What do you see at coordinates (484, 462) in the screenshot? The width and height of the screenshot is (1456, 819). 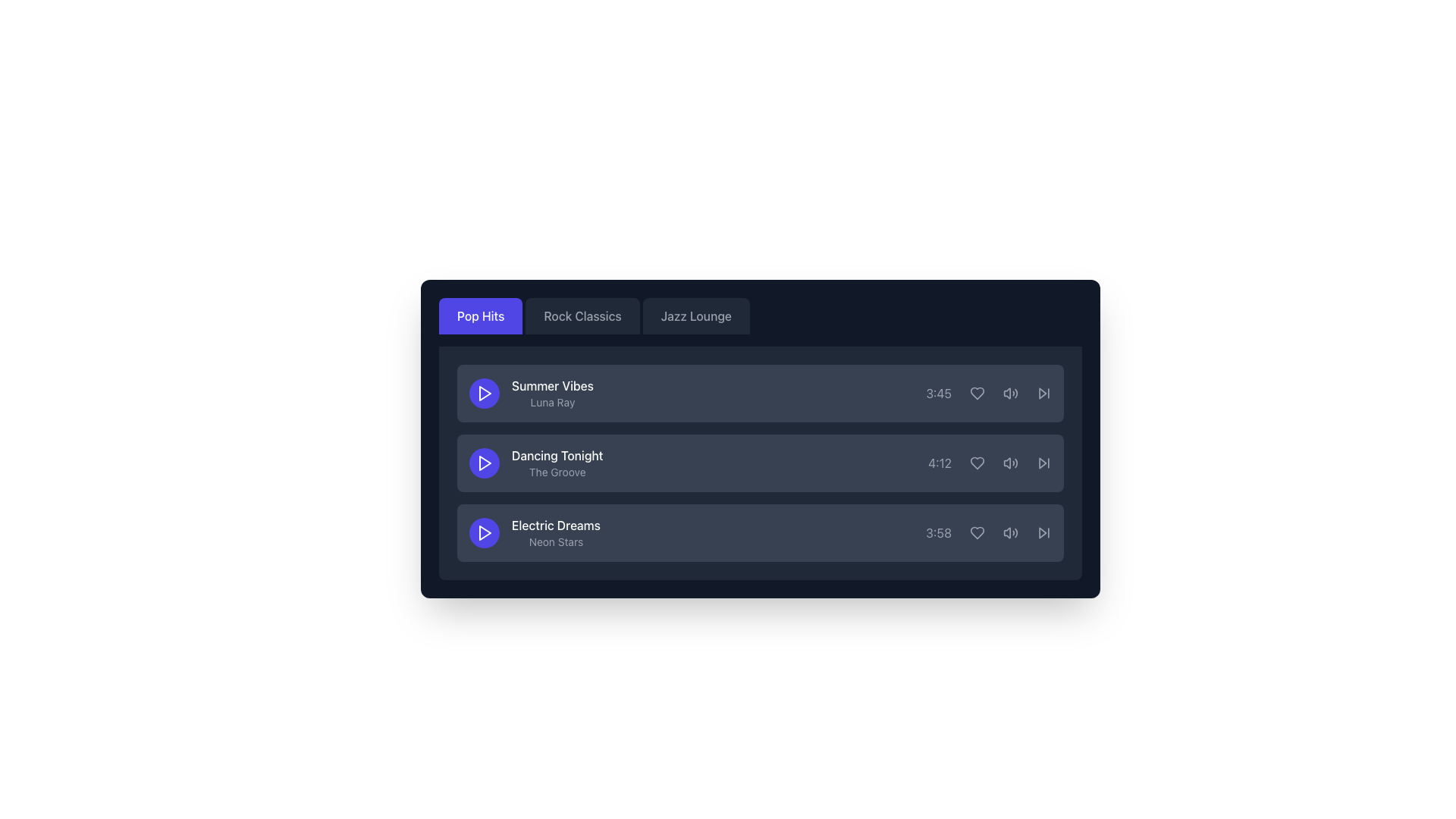 I see `the purple triangle-shaped play icon associated with the item titled 'Dancing Tonight' in the music list` at bounding box center [484, 462].